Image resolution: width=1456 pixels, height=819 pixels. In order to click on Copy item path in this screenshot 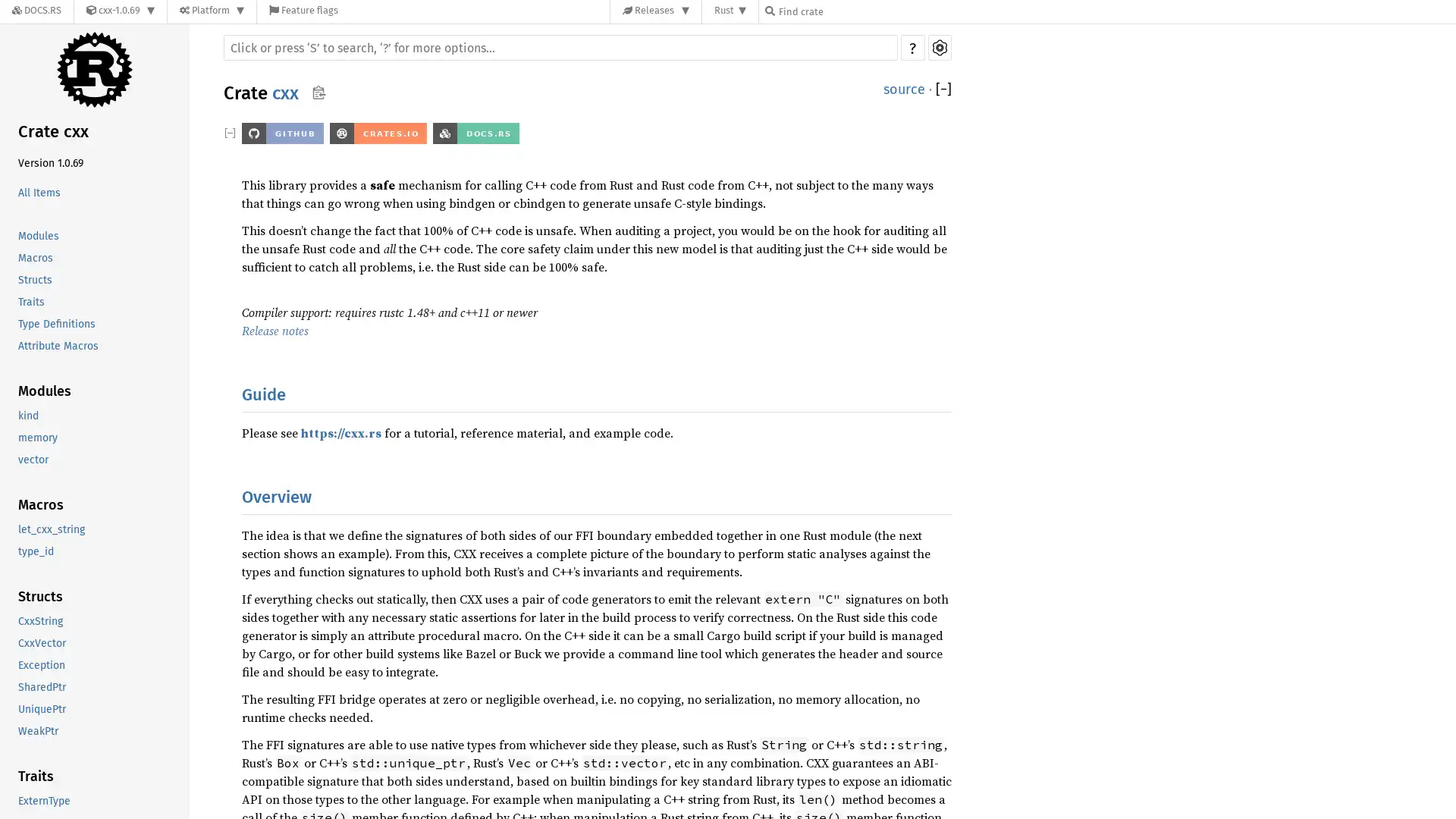, I will do `click(318, 93)`.